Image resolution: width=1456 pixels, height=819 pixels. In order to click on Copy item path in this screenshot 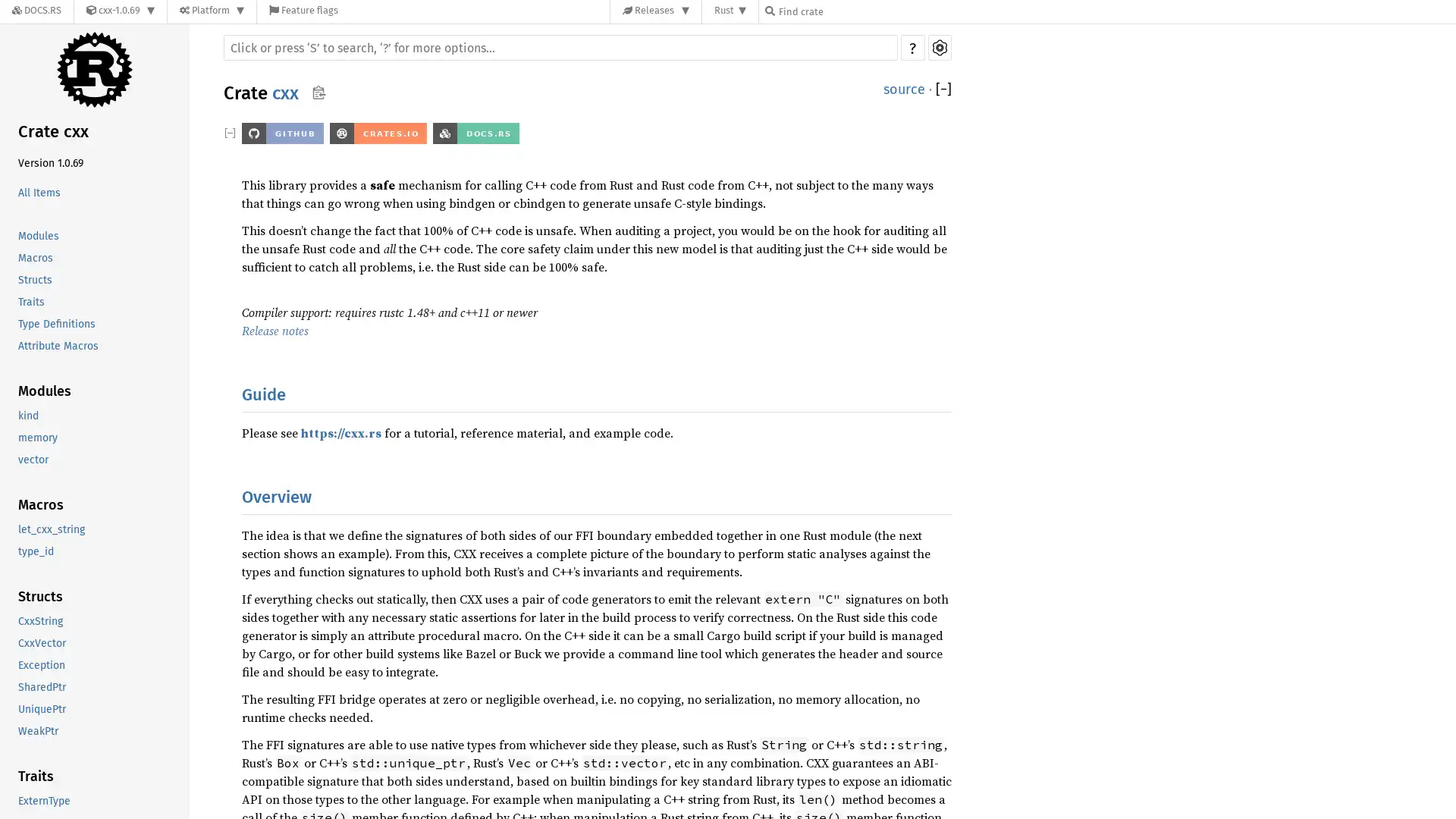, I will do `click(318, 93)`.